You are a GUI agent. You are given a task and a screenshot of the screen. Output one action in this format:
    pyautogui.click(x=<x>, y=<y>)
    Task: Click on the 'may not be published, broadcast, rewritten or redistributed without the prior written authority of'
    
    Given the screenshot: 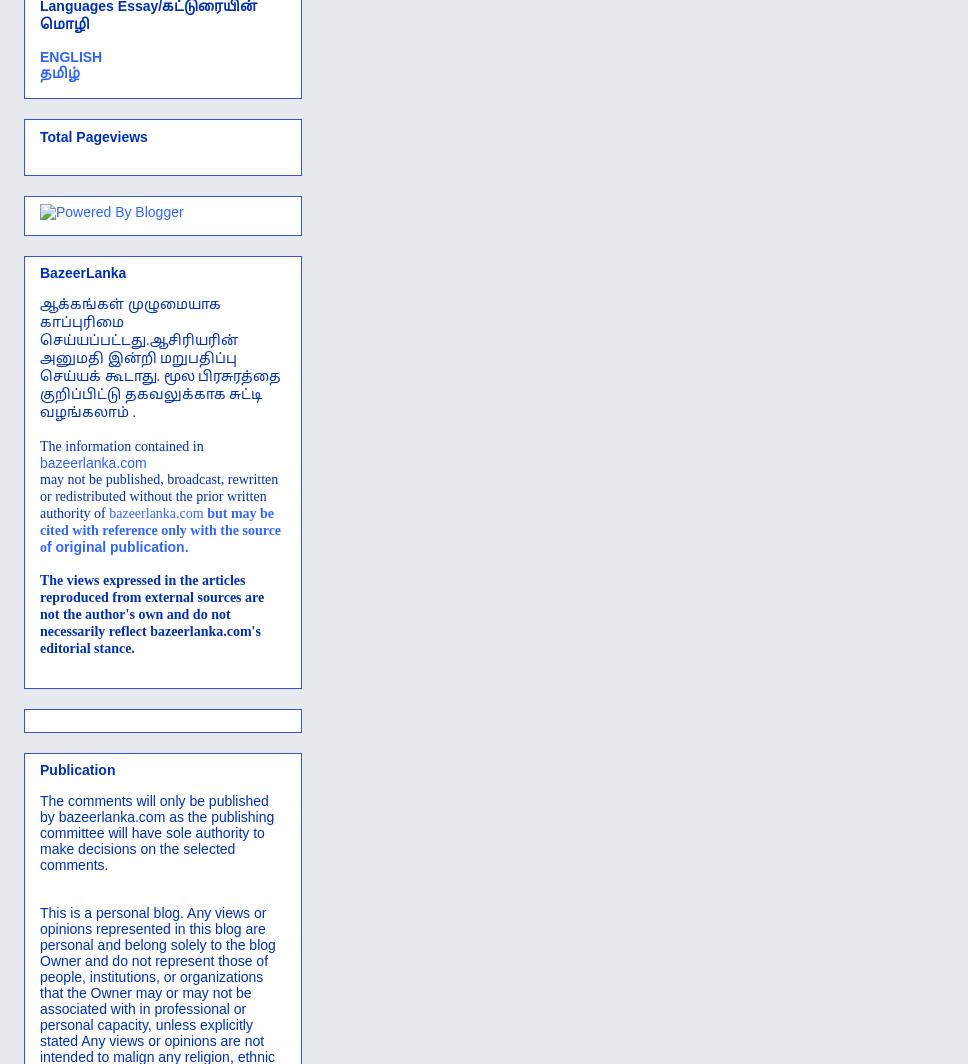 What is the action you would take?
    pyautogui.click(x=158, y=495)
    